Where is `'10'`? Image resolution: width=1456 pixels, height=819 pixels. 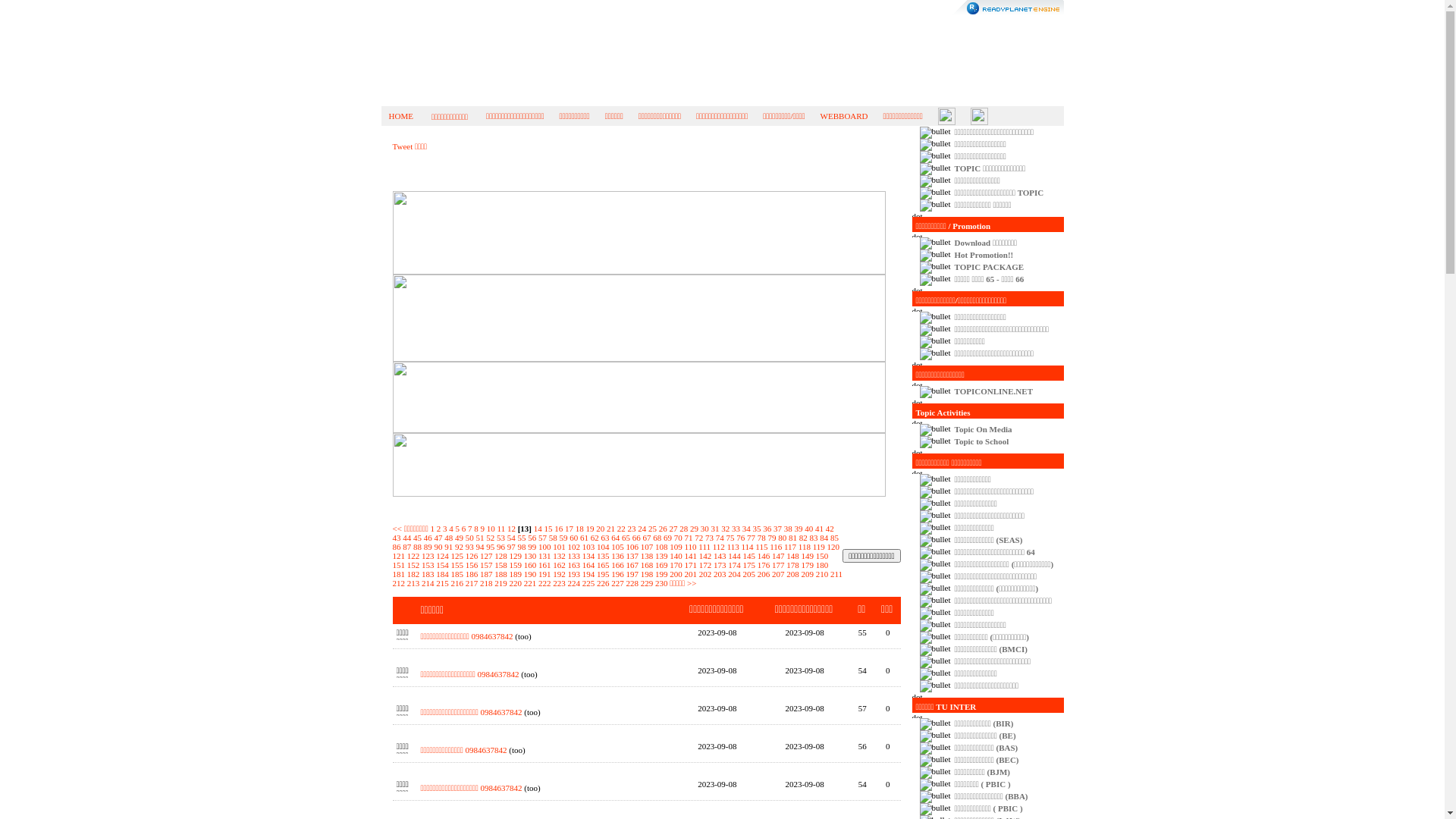 '10' is located at coordinates (487, 528).